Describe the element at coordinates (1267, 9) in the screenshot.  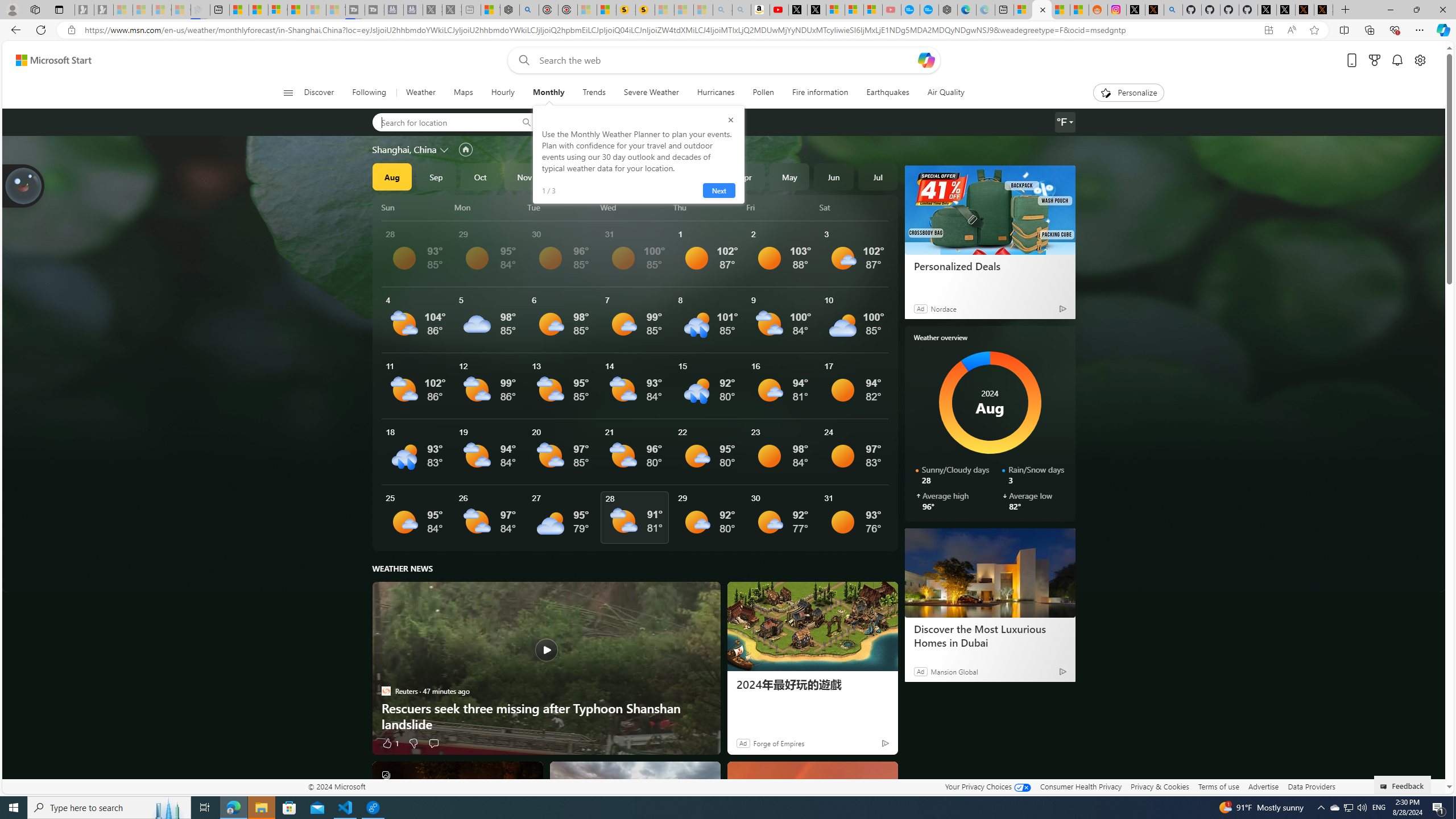
I see `'Profile / X'` at that location.